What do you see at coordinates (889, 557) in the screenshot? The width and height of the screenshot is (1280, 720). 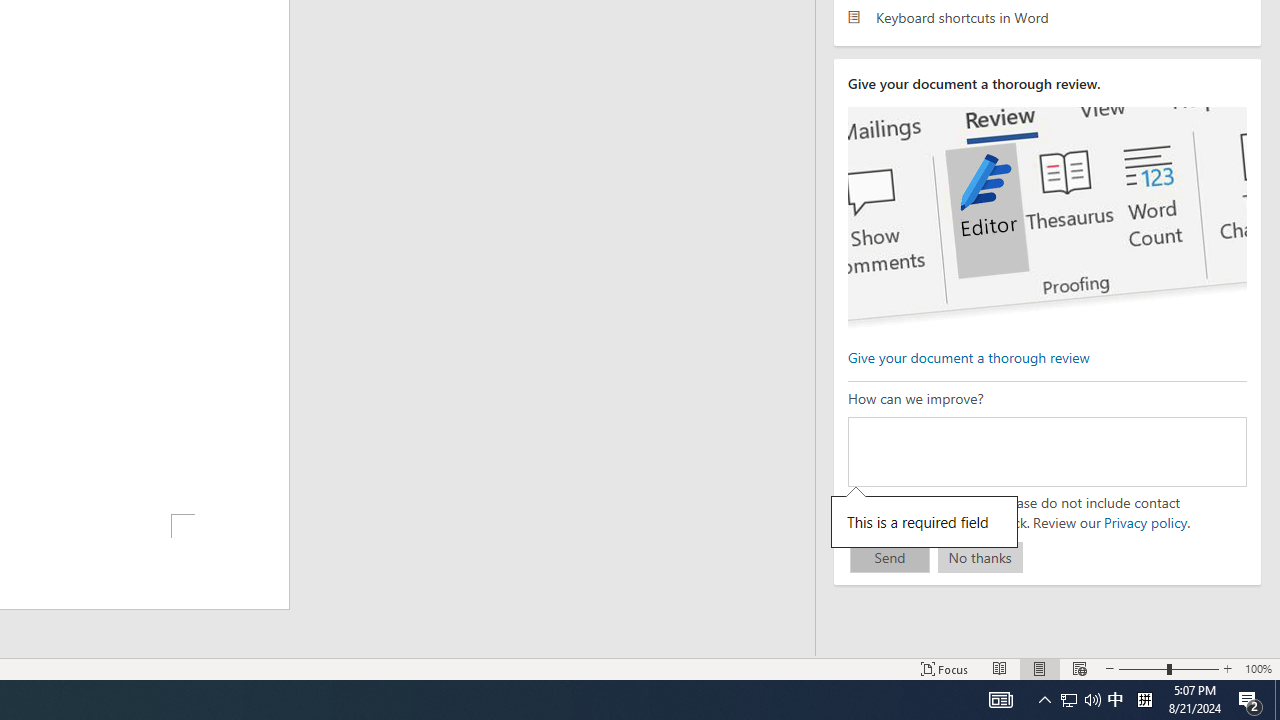 I see `'Send'` at bounding box center [889, 557].